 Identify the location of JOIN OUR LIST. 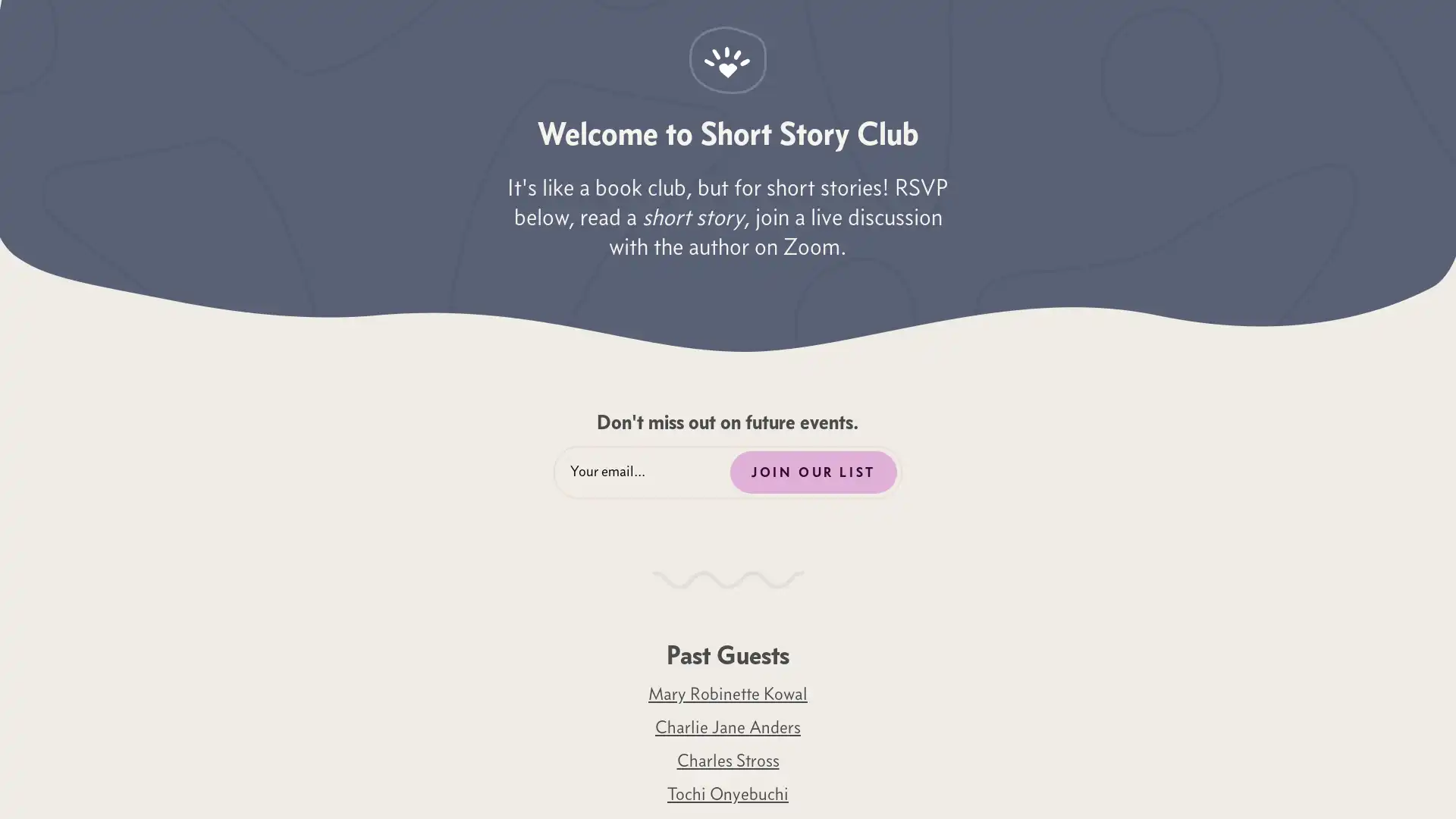
(813, 472).